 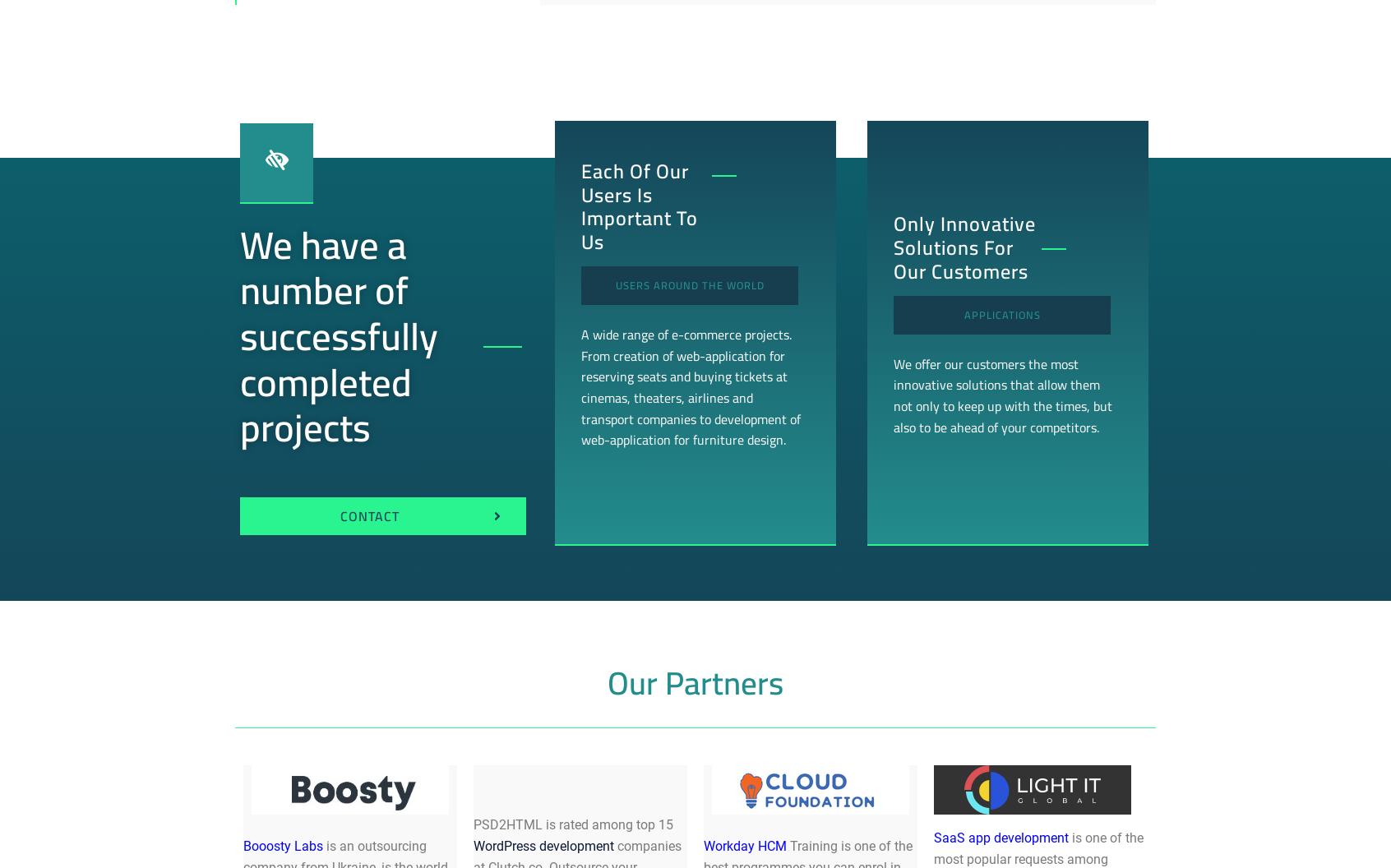 What do you see at coordinates (638, 205) in the screenshot?
I see `'Each of our users is important to us'` at bounding box center [638, 205].